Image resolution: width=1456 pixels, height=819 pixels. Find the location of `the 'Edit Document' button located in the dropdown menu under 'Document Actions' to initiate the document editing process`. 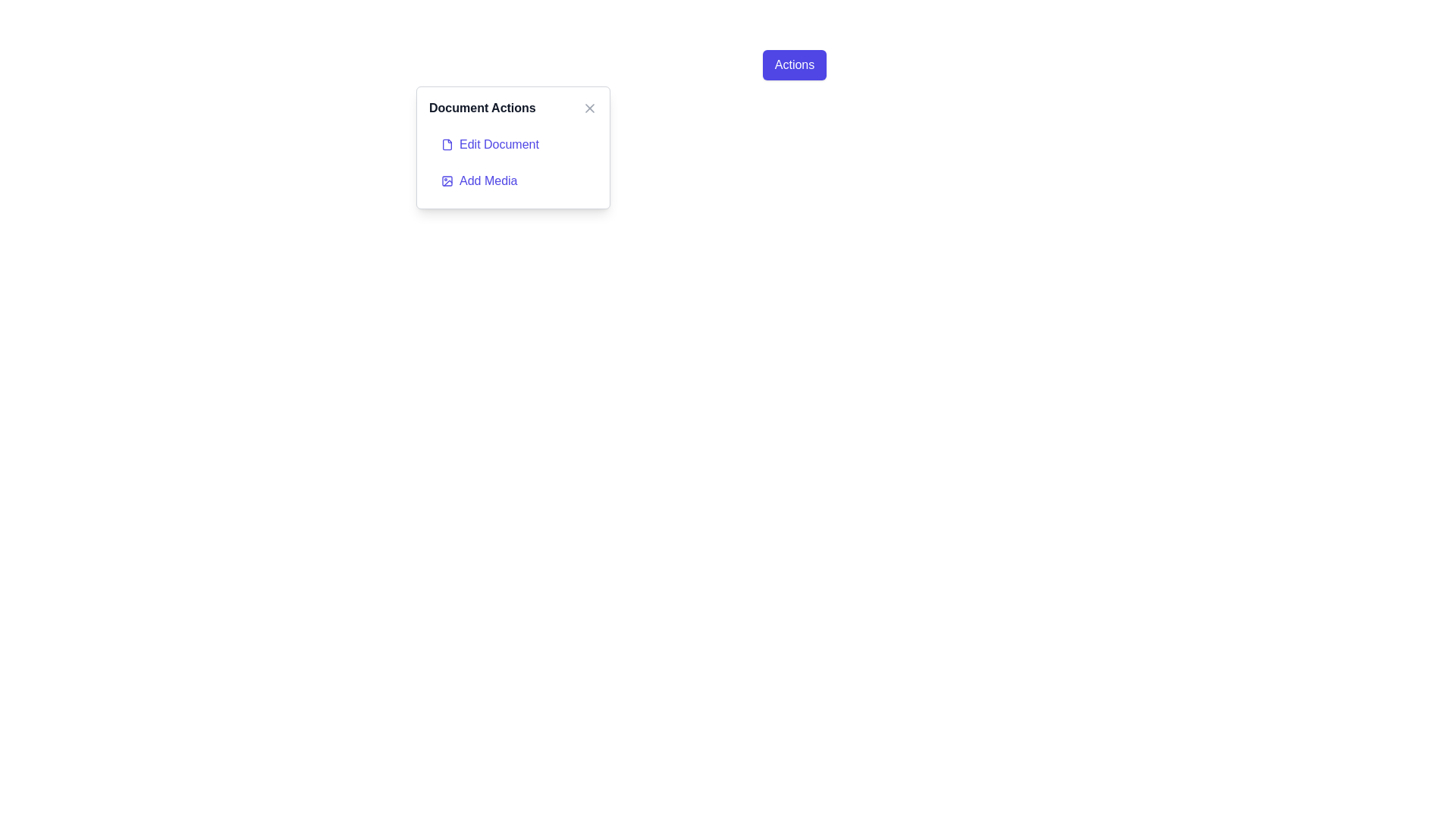

the 'Edit Document' button located in the dropdown menu under 'Document Actions' to initiate the document editing process is located at coordinates (513, 145).